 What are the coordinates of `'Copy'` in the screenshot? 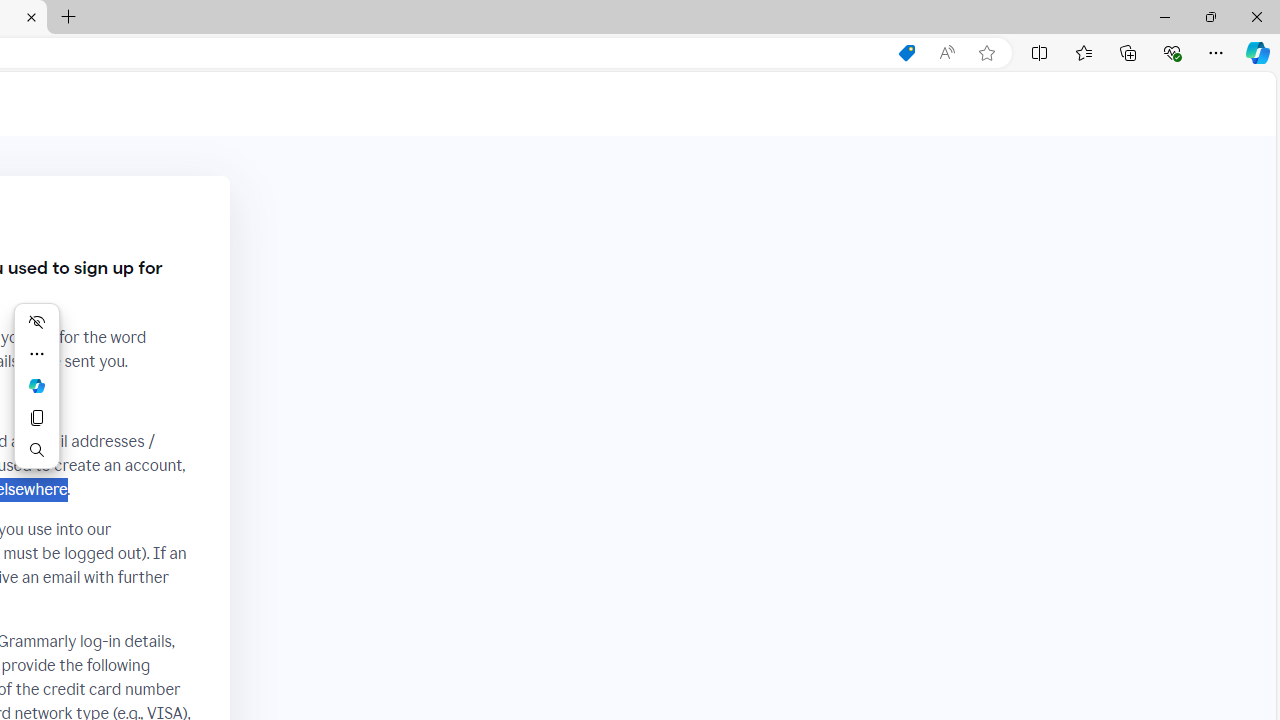 It's located at (37, 416).